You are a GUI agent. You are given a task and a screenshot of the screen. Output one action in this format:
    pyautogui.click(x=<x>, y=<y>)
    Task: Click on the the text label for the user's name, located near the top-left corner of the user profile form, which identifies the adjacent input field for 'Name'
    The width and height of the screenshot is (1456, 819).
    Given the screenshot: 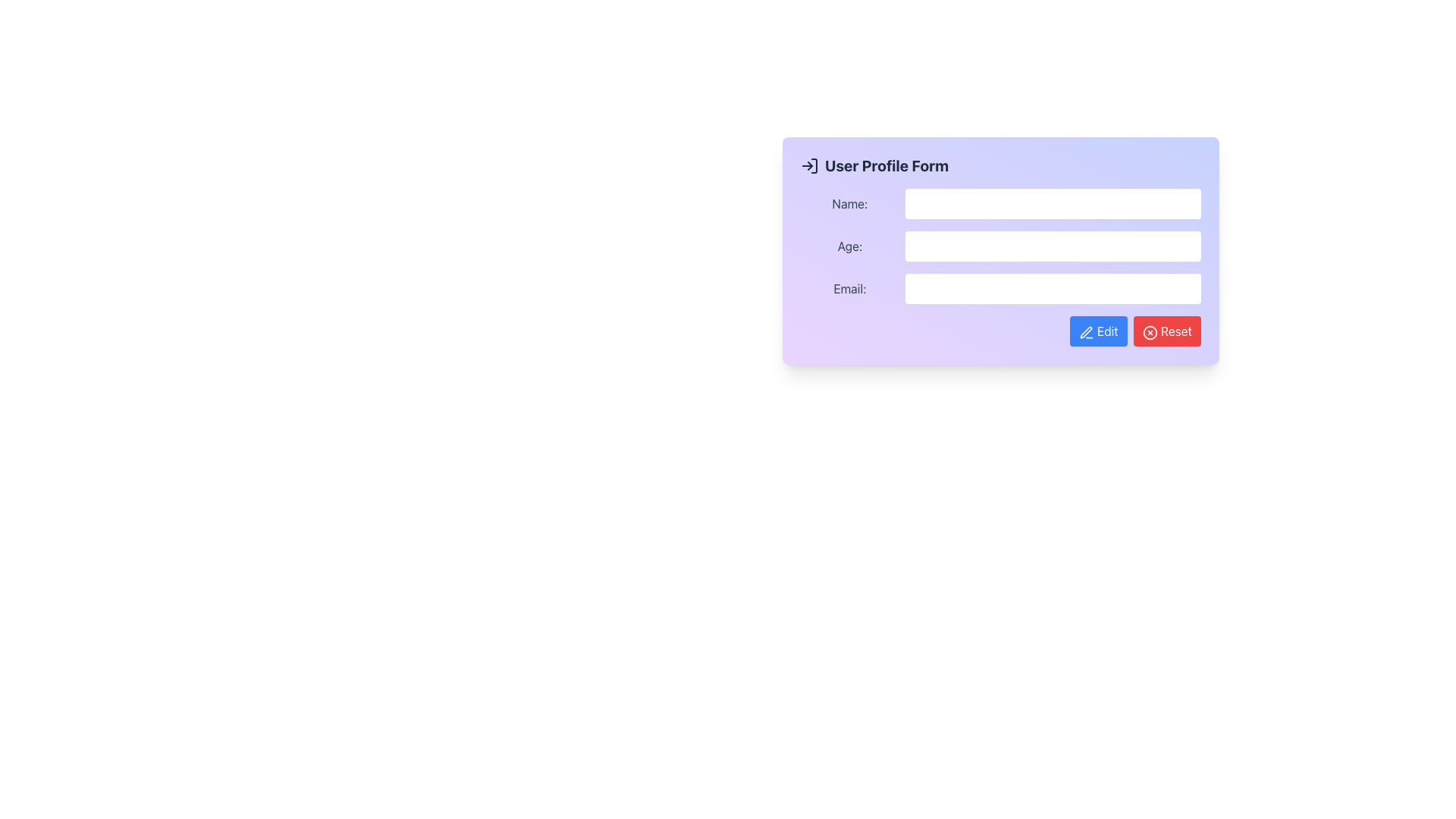 What is the action you would take?
    pyautogui.click(x=849, y=203)
    